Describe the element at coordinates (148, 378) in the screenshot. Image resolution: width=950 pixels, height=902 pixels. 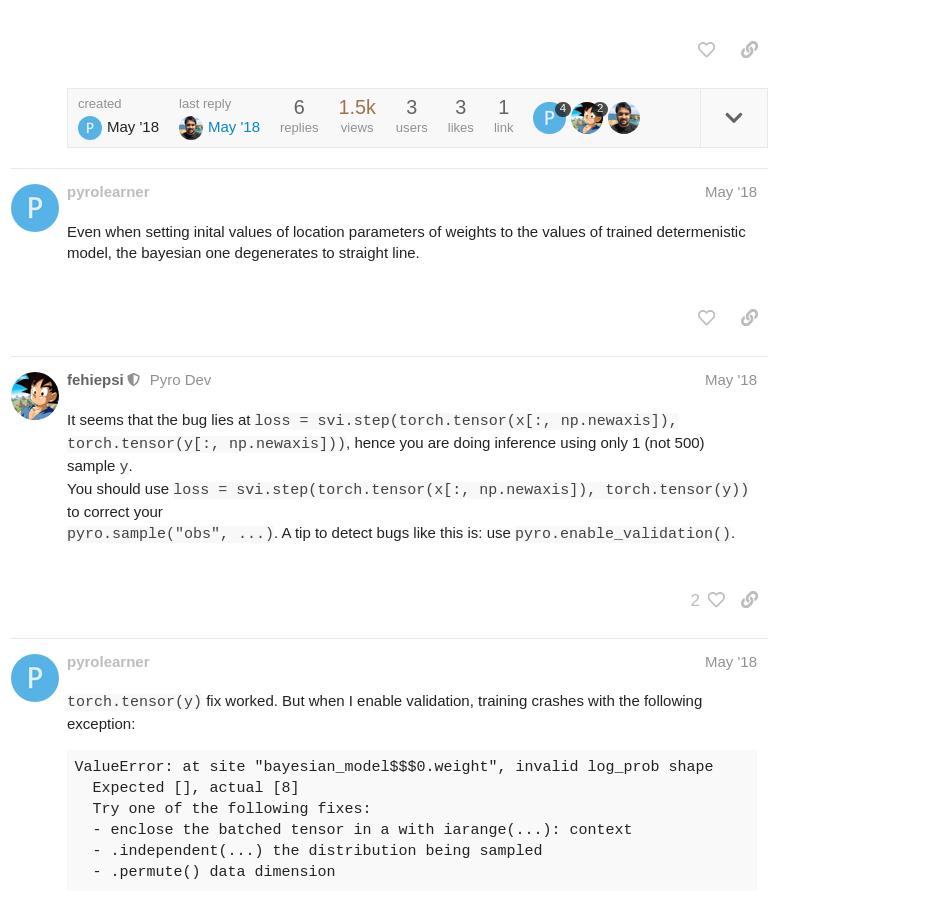
I see `'Pyro Dev'` at that location.